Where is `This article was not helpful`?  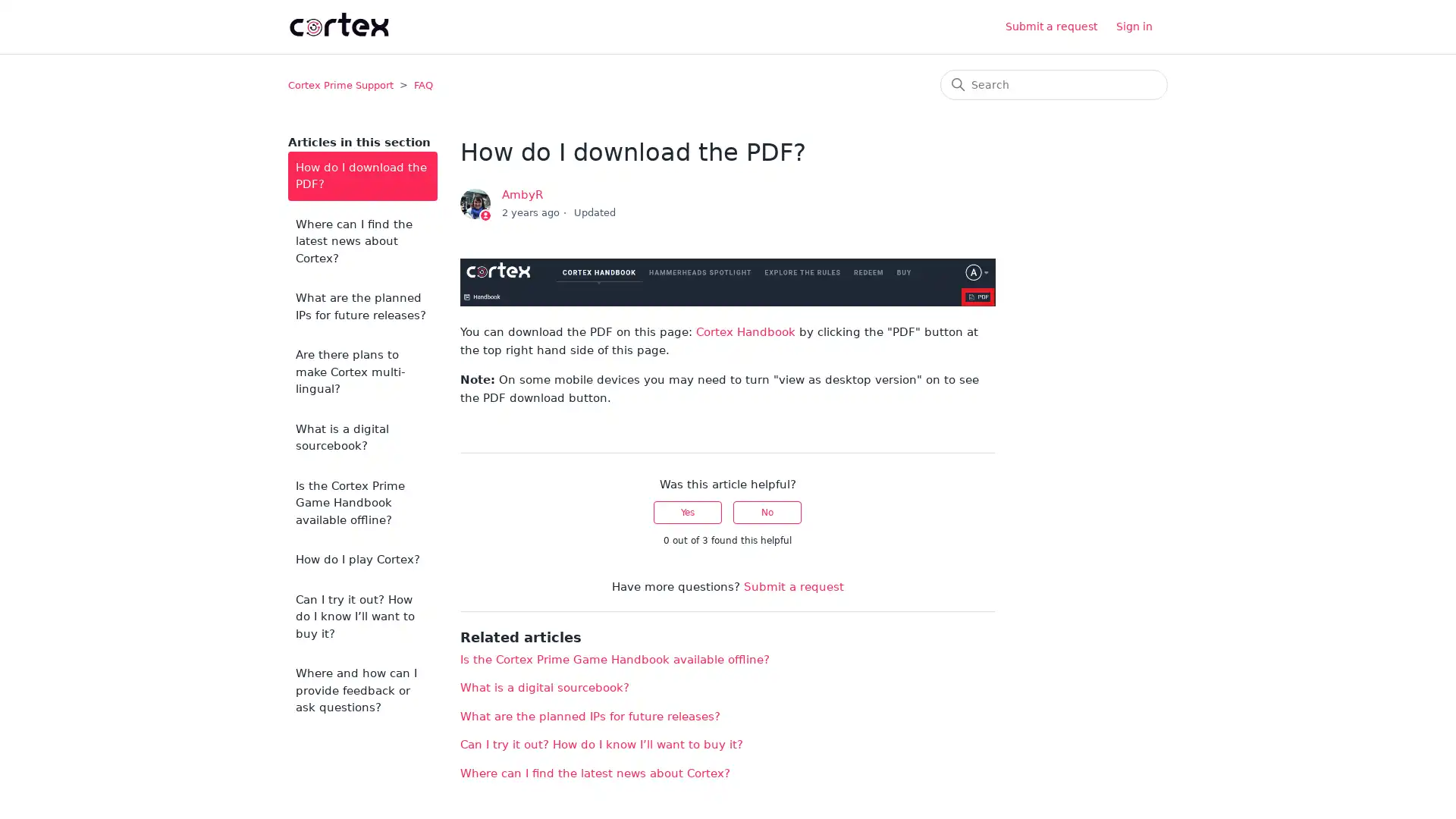 This article was not helpful is located at coordinates (767, 512).